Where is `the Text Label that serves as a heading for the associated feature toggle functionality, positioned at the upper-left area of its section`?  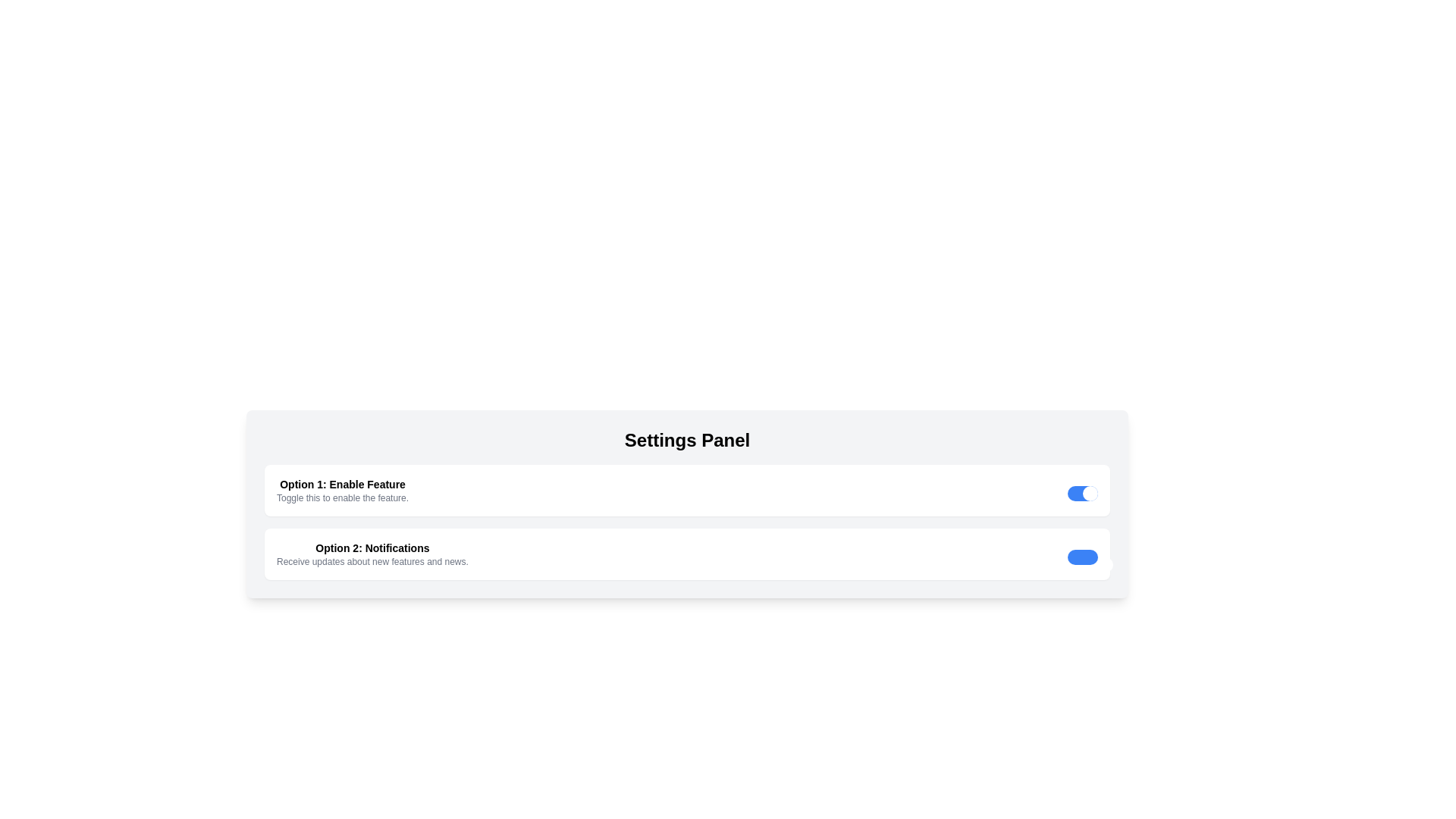 the Text Label that serves as a heading for the associated feature toggle functionality, positioned at the upper-left area of its section is located at coordinates (341, 485).